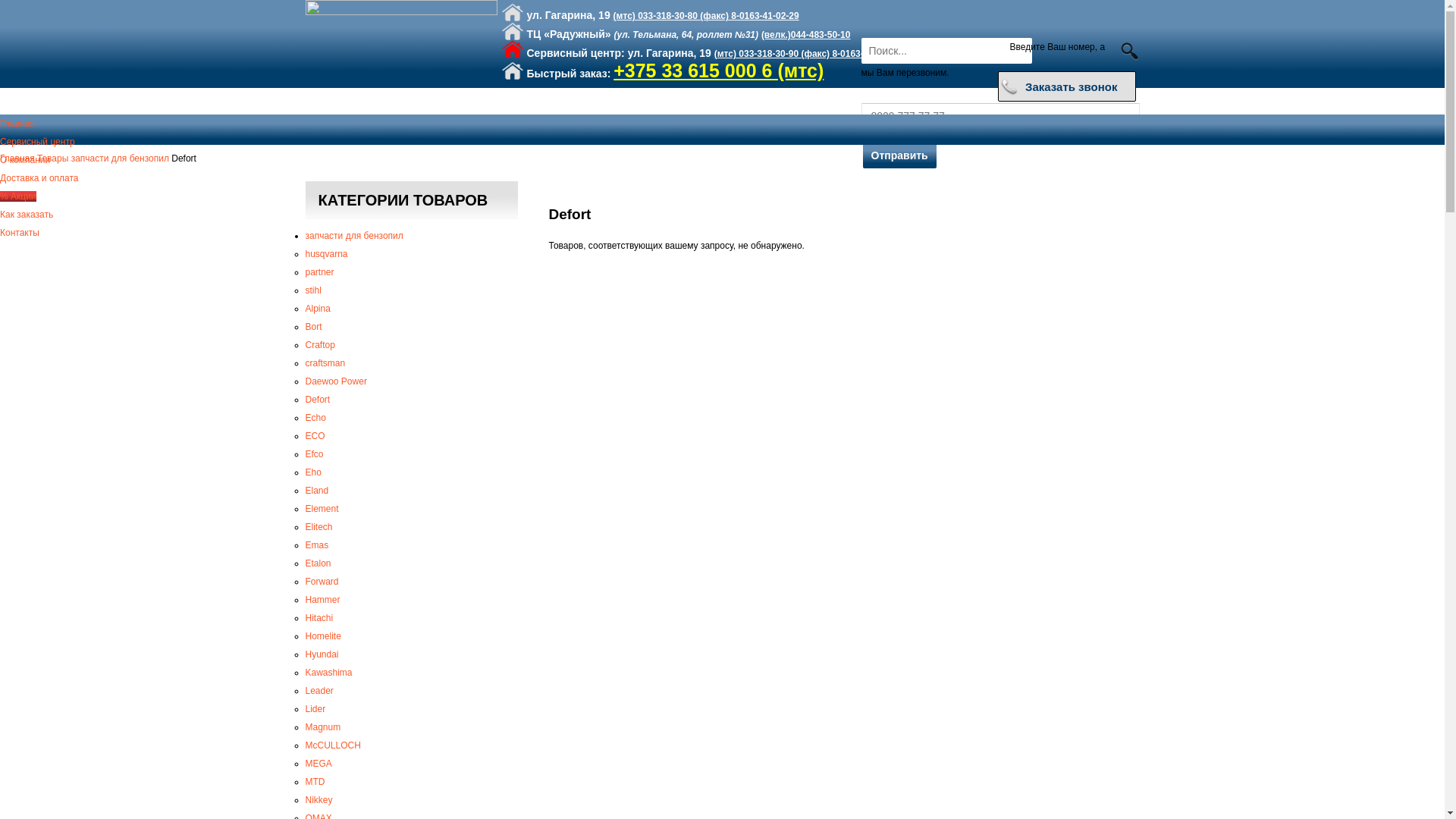 This screenshot has width=1456, height=819. I want to click on 'Leader', so click(318, 690).